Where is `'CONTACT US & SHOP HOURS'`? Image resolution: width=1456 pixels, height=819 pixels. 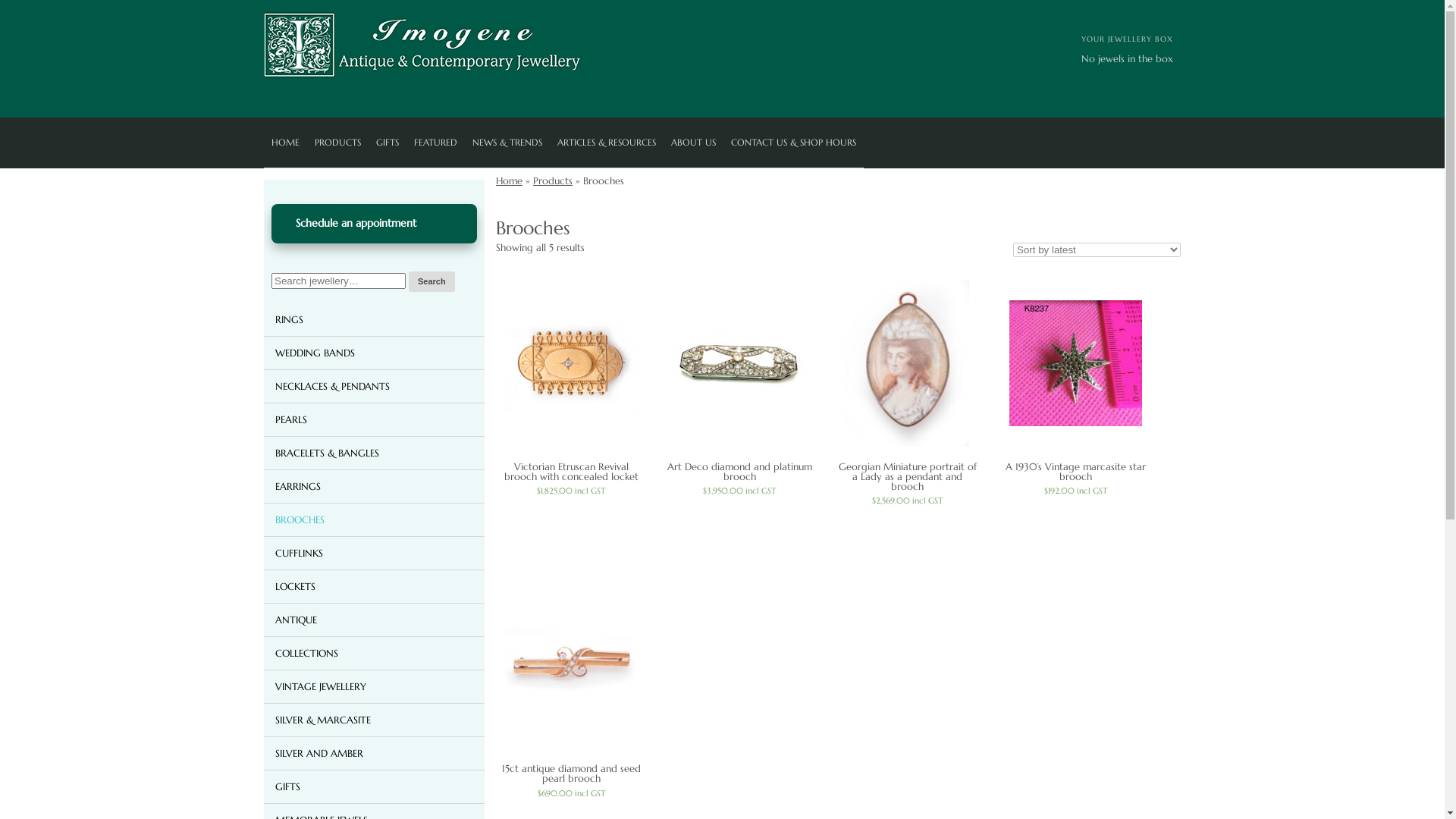 'CONTACT US & SHOP HOURS' is located at coordinates (792, 143).